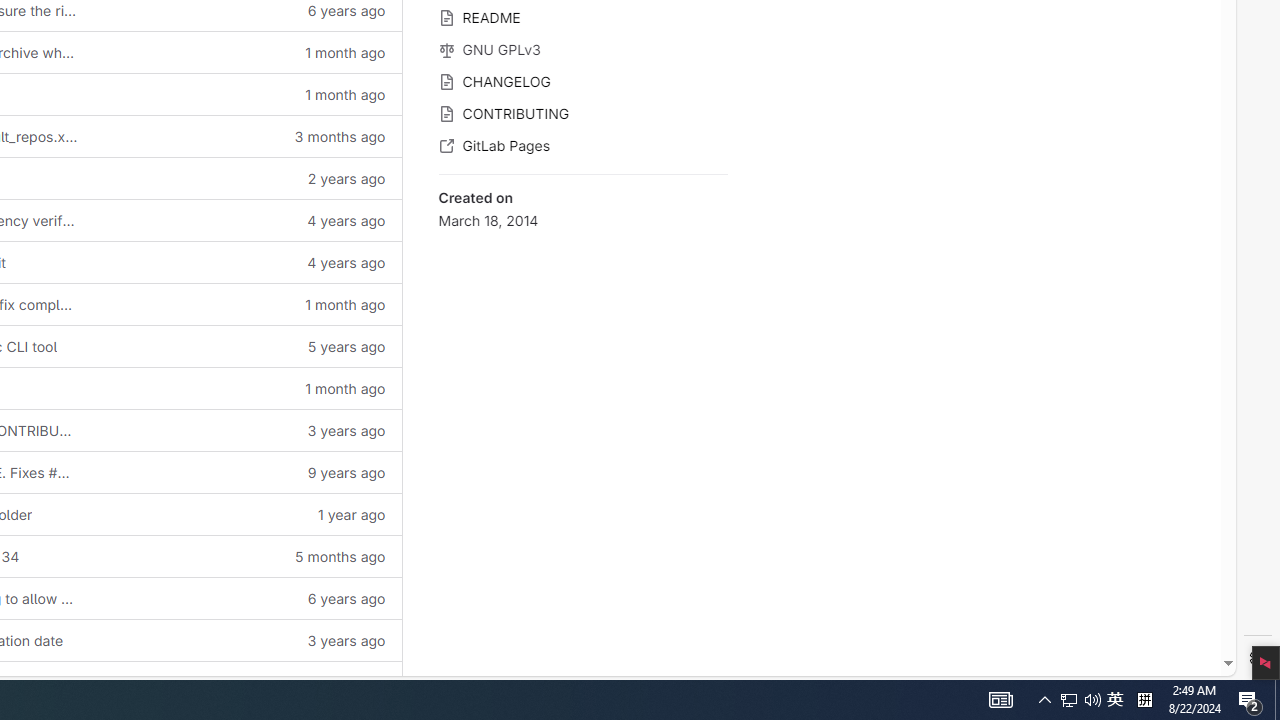 The image size is (1280, 720). What do you see at coordinates (582, 143) in the screenshot?
I see `'GitLab Pages'` at bounding box center [582, 143].